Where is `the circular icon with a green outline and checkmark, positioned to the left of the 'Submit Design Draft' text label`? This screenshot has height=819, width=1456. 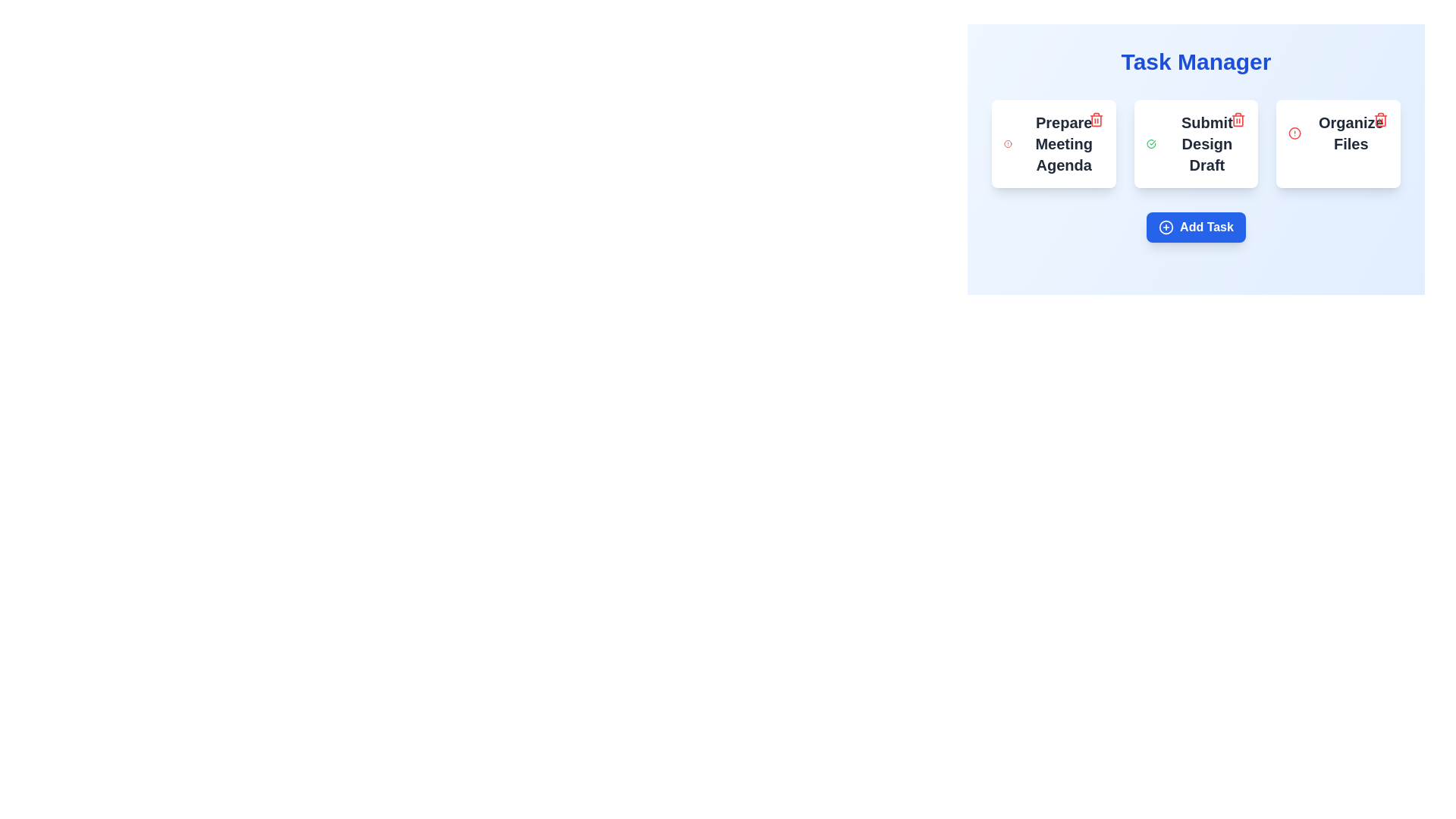 the circular icon with a green outline and checkmark, positioned to the left of the 'Submit Design Draft' text label is located at coordinates (1151, 143).